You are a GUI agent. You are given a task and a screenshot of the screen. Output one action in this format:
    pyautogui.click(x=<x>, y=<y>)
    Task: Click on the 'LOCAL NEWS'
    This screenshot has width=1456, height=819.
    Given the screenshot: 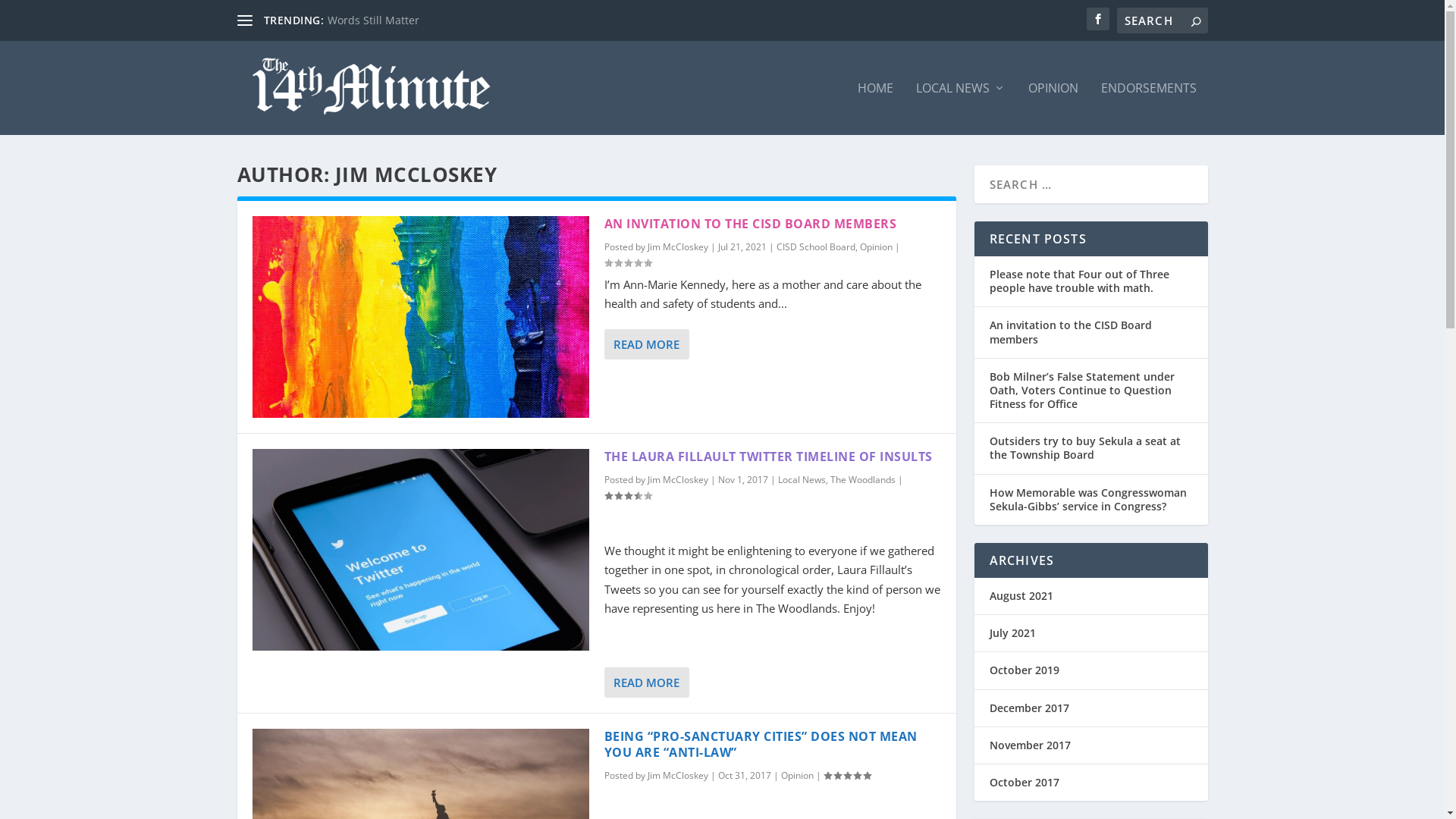 What is the action you would take?
    pyautogui.click(x=960, y=107)
    